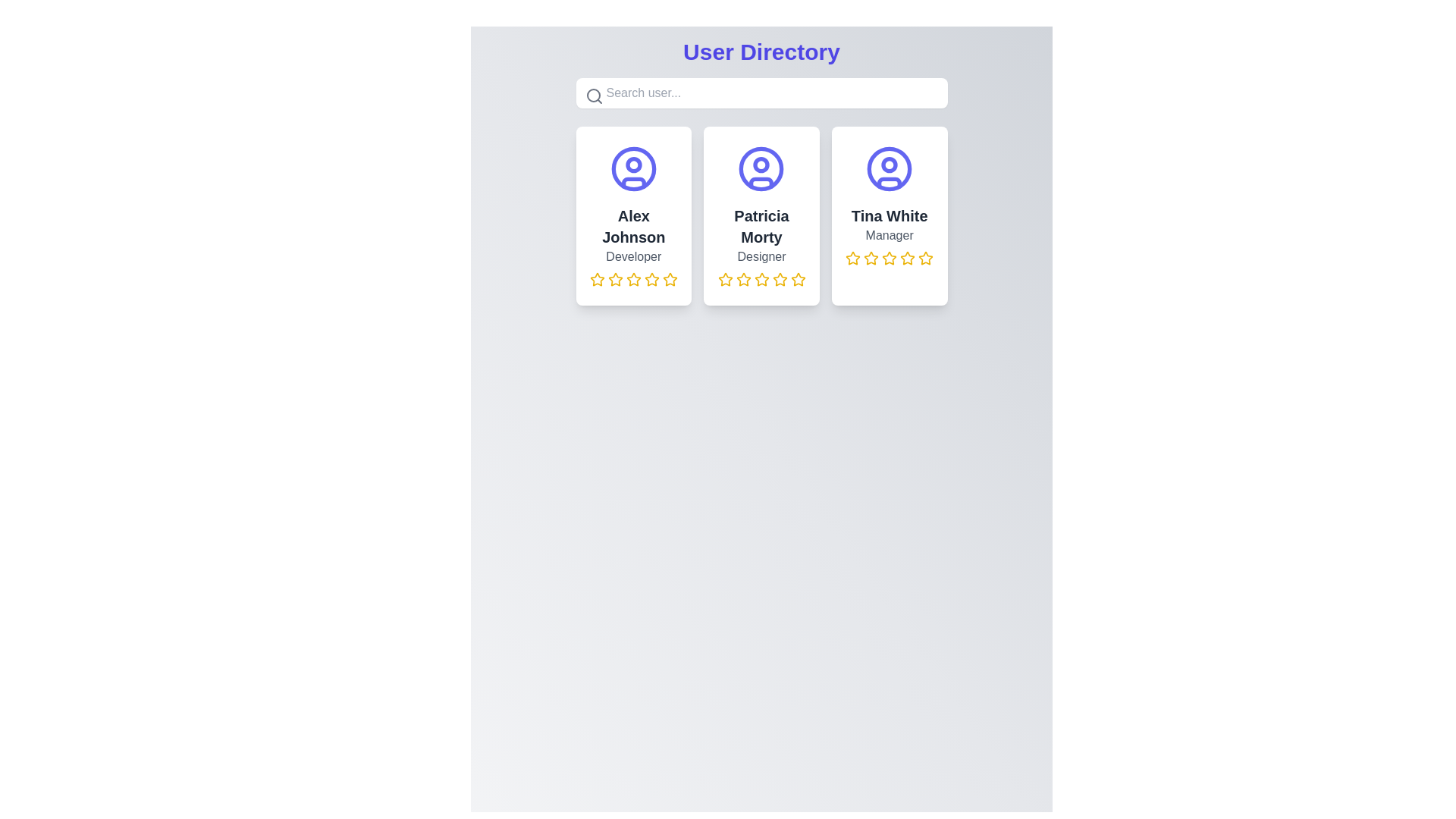  What do you see at coordinates (593, 96) in the screenshot?
I see `the magnifying glass icon located in the top-left corner of the search input field` at bounding box center [593, 96].